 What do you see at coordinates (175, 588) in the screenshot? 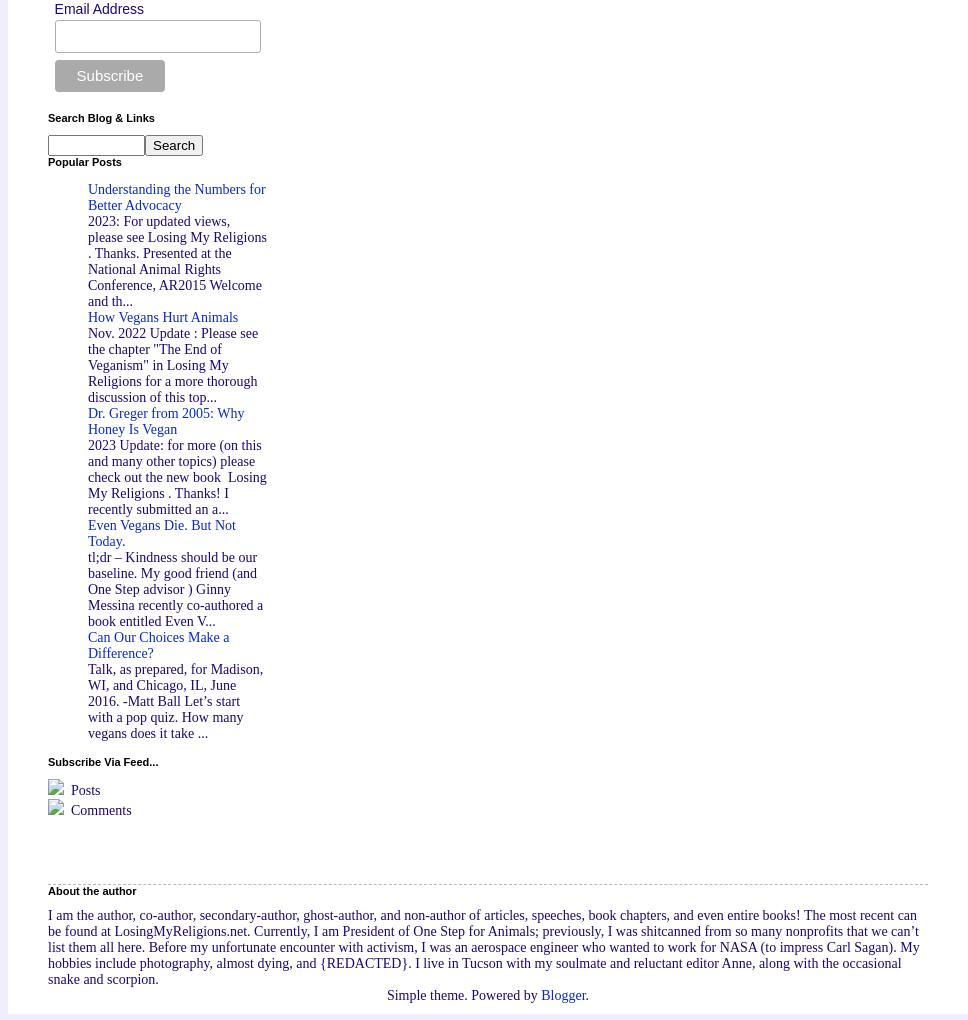
I see `'tl;dr – Kindness should be our baseline.    My good friend (and One Step advisor ) Ginny Messina recently co-authored a book entitled Even V...'` at bounding box center [175, 588].